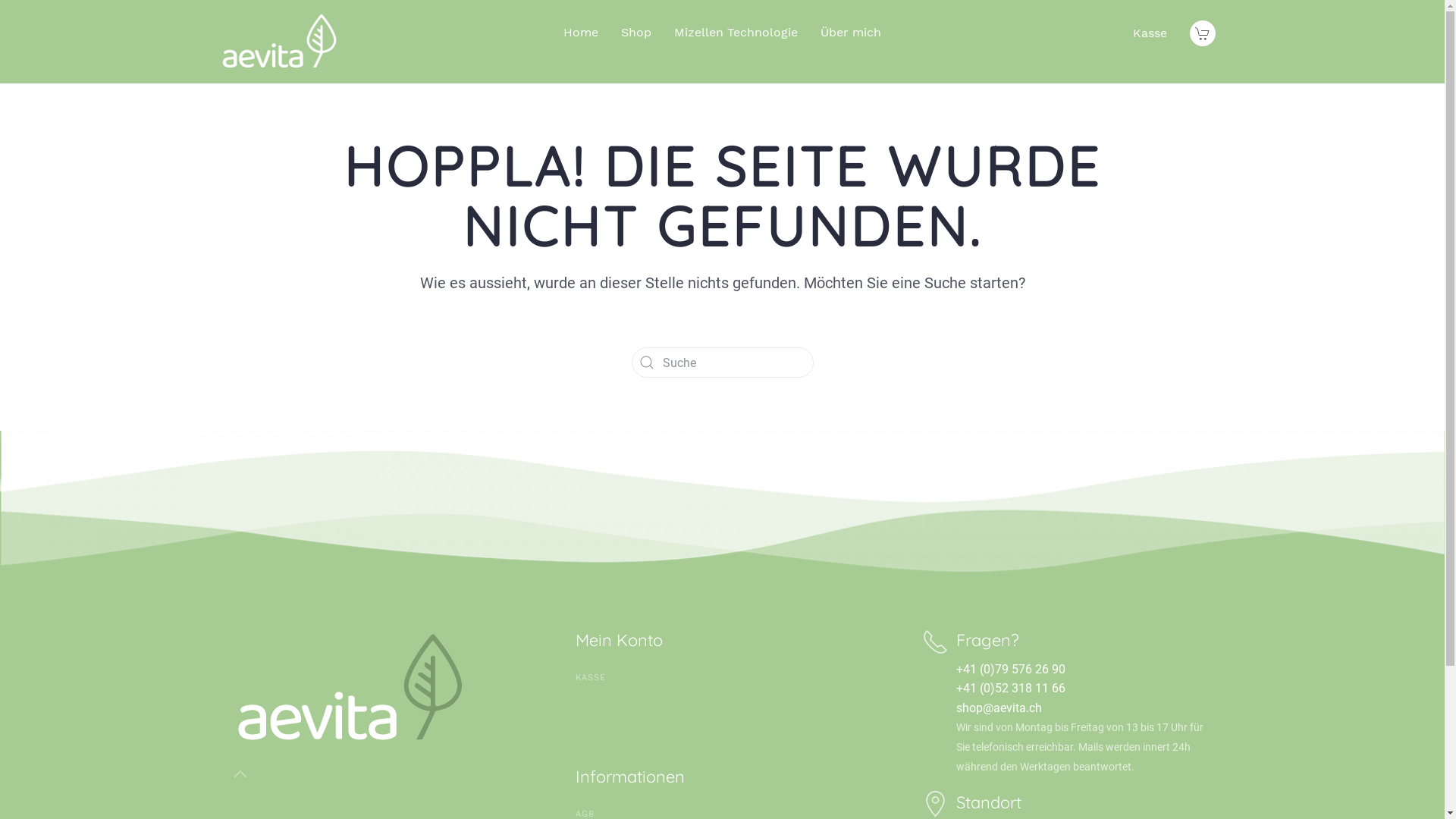 The image size is (1456, 819). What do you see at coordinates (636, 32) in the screenshot?
I see `'Shop'` at bounding box center [636, 32].